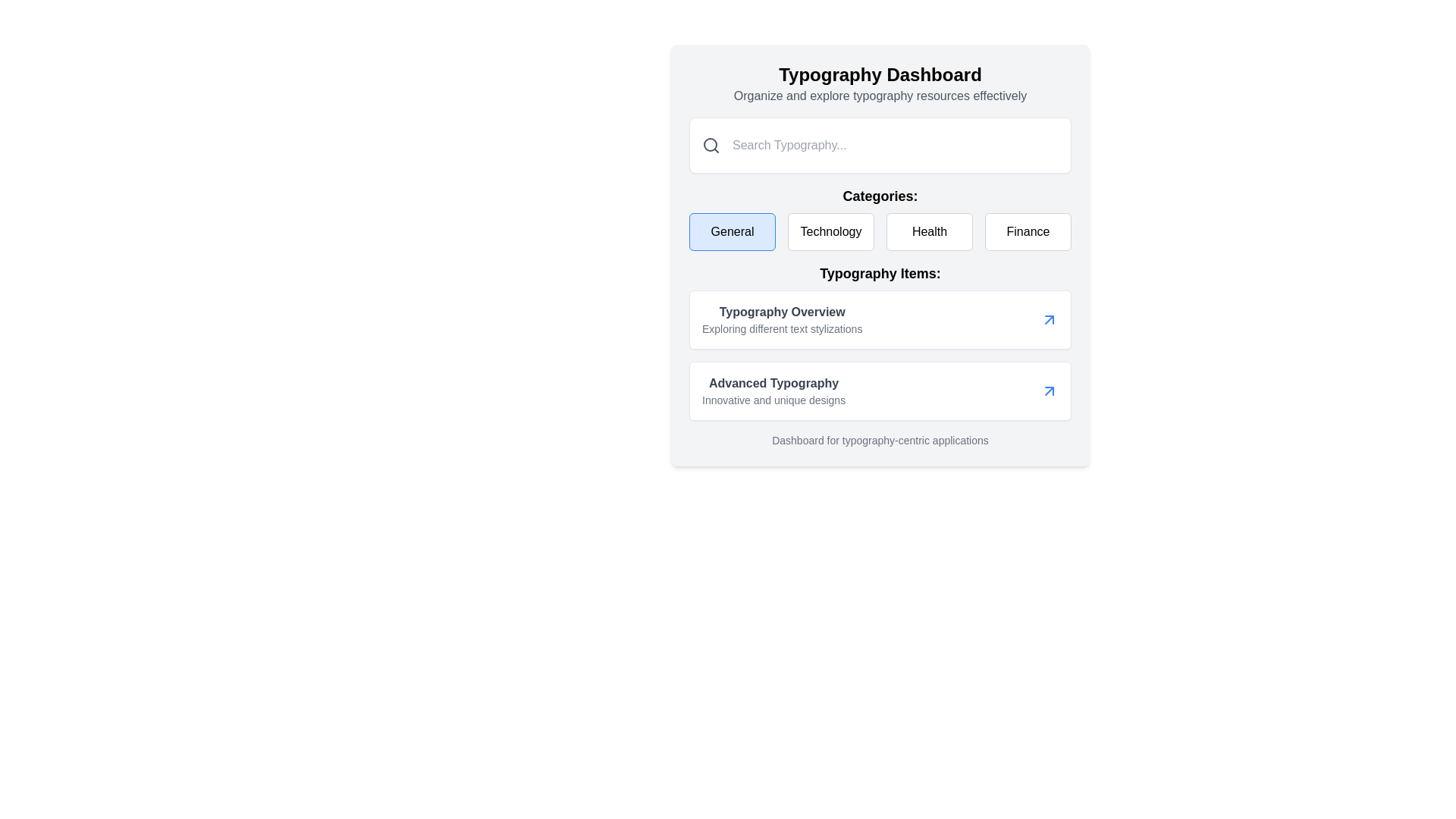  Describe the element at coordinates (773, 391) in the screenshot. I see `the title text 'Advanced Typography' in the Text block` at that location.